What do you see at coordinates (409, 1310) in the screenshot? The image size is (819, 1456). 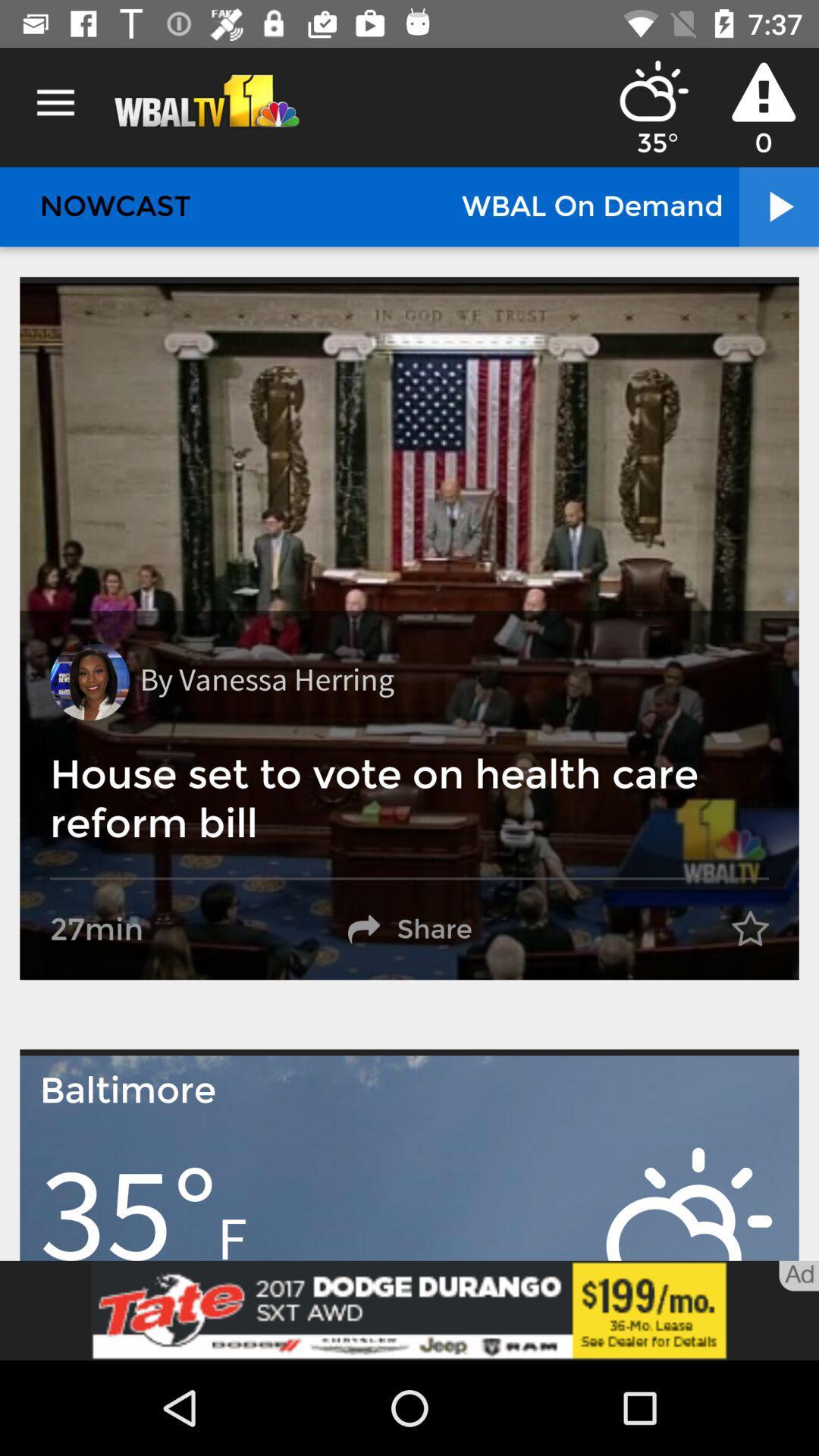 I see `advertising` at bounding box center [409, 1310].